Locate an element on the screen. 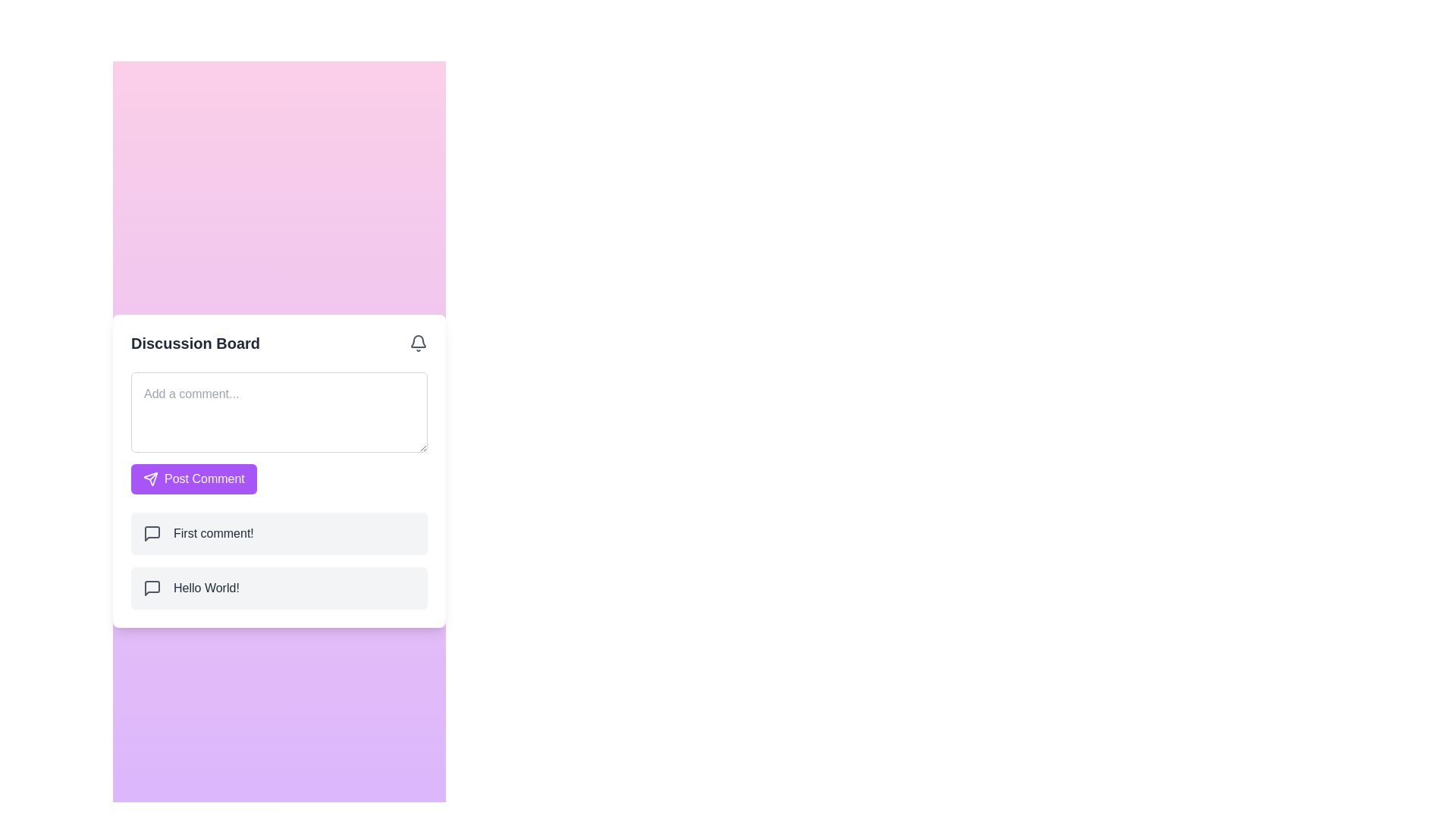  the speech bubble icon with a gray outline located to the left of the text 'First comment!' in the comment component is located at coordinates (152, 532).